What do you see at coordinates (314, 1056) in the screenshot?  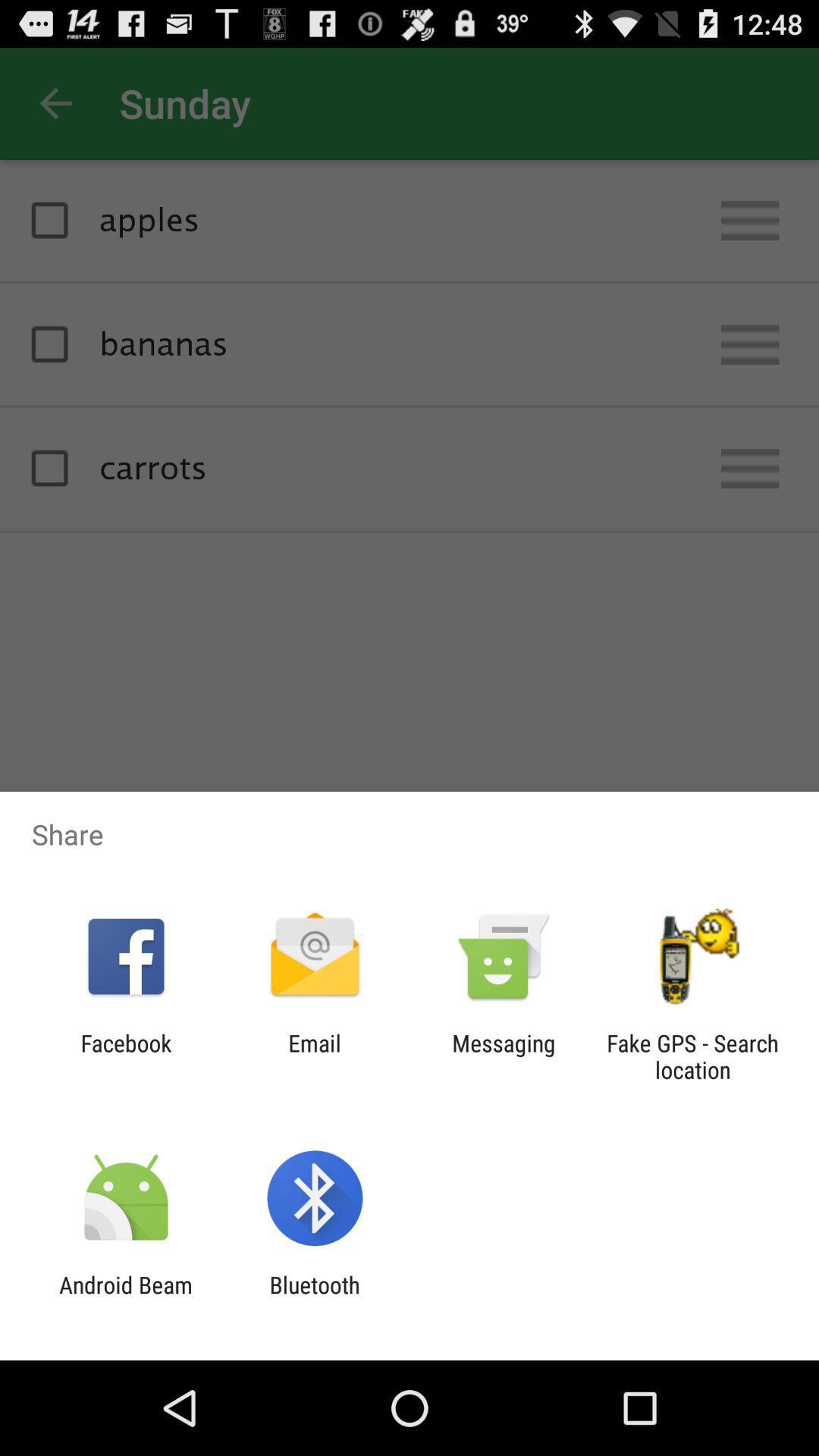 I see `the icon next to the facebook app` at bounding box center [314, 1056].